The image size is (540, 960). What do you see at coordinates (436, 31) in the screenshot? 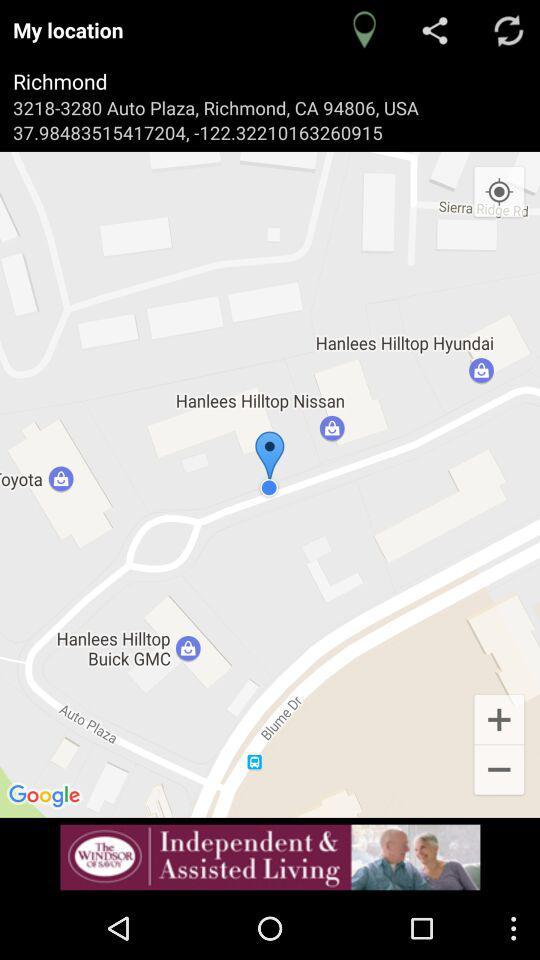
I see `the share icon` at bounding box center [436, 31].